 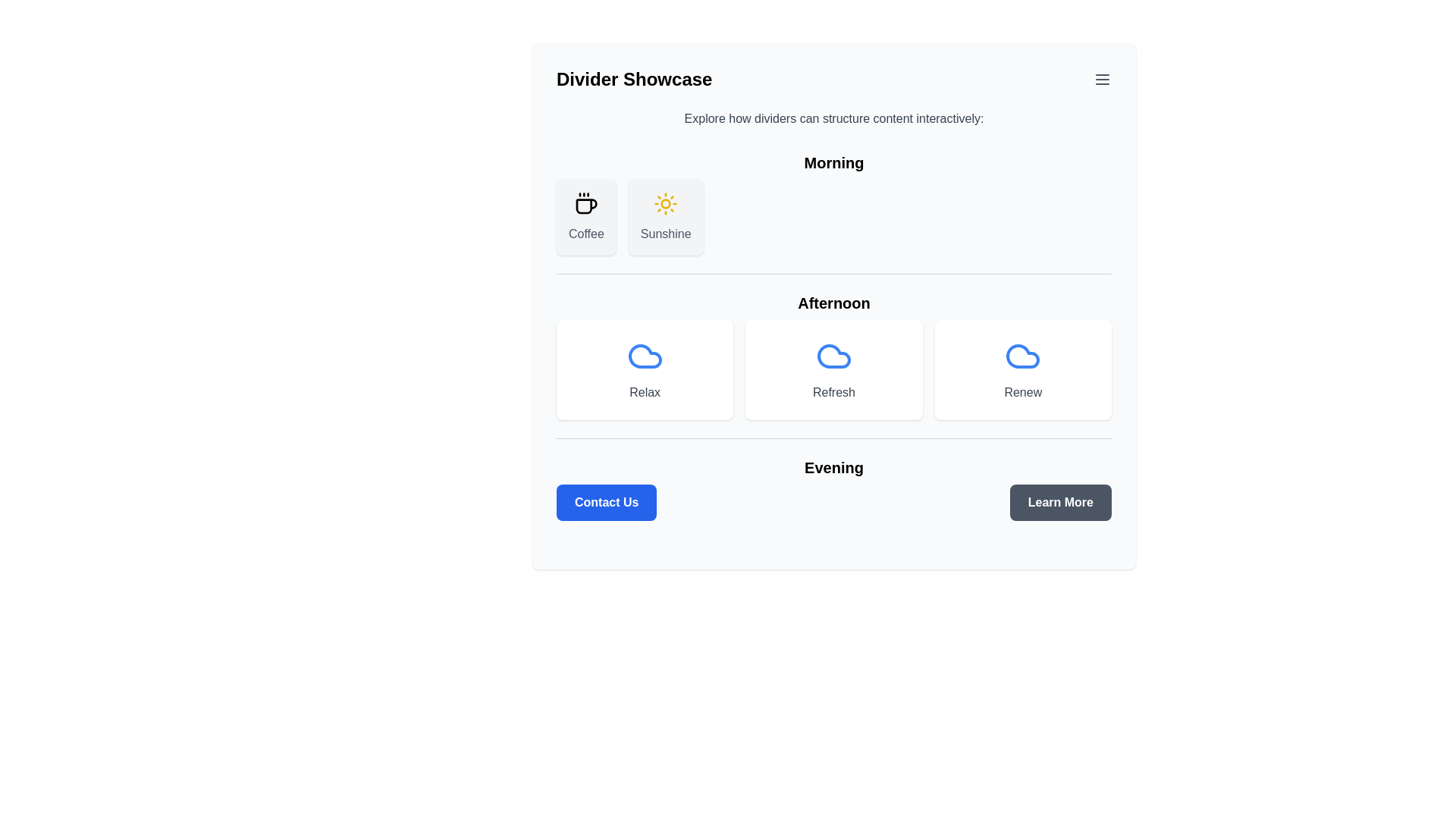 I want to click on the card representing sunshine, which is the second element in the 'Morning' section, located to the right of the 'Coffee' card, so click(x=666, y=217).